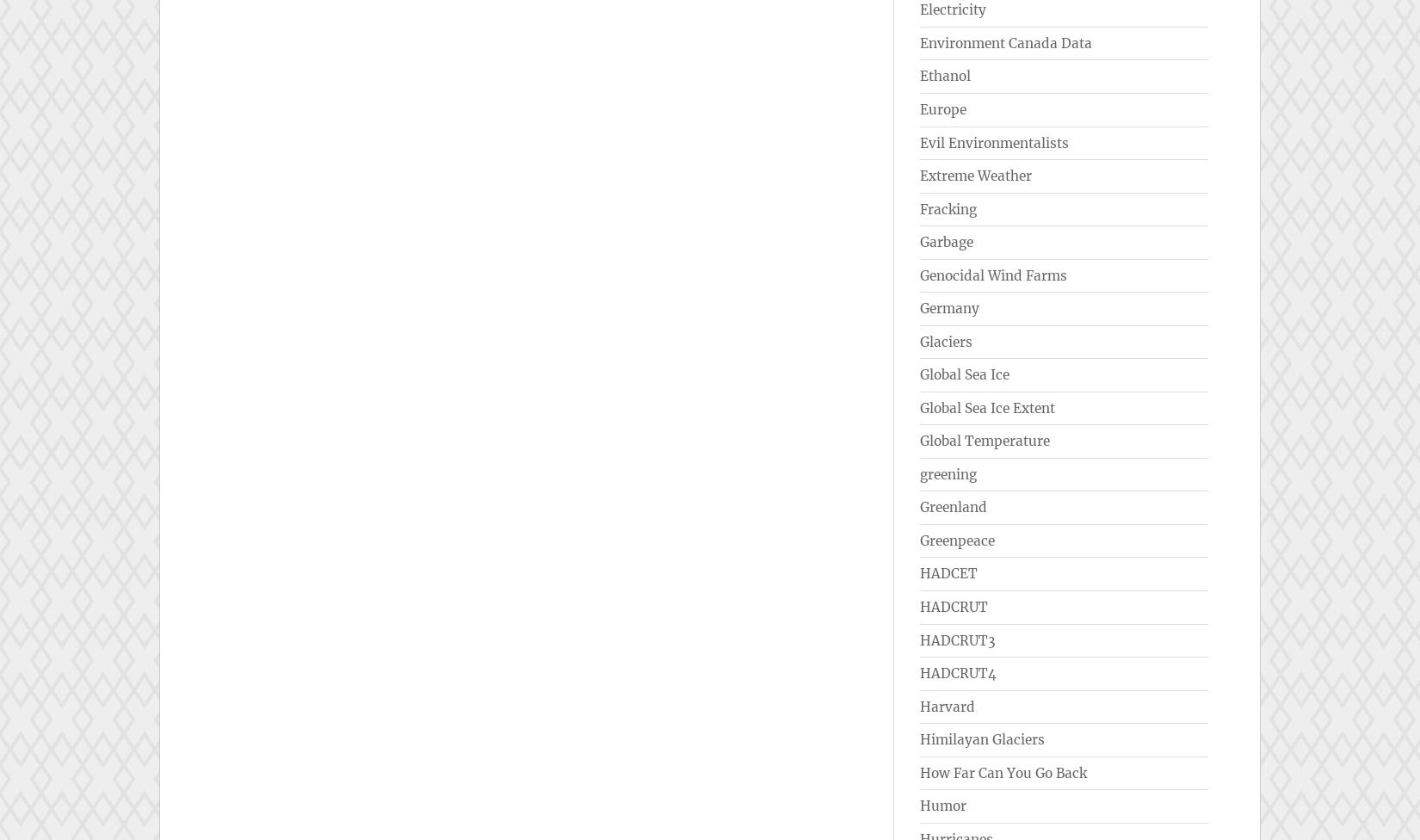  Describe the element at coordinates (949, 308) in the screenshot. I see `'Germany'` at that location.